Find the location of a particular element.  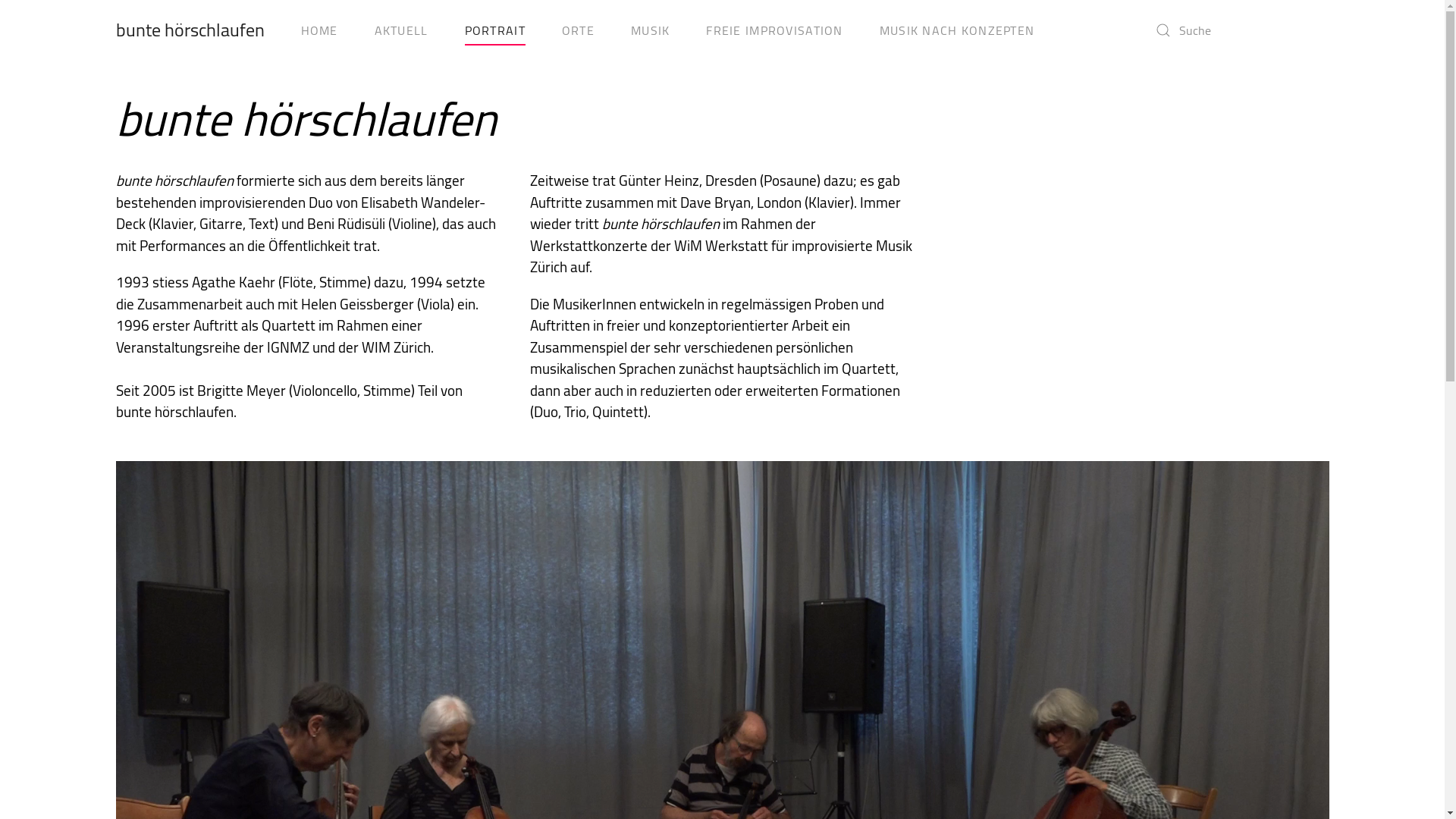

'PORTRAIT' is located at coordinates (494, 30).